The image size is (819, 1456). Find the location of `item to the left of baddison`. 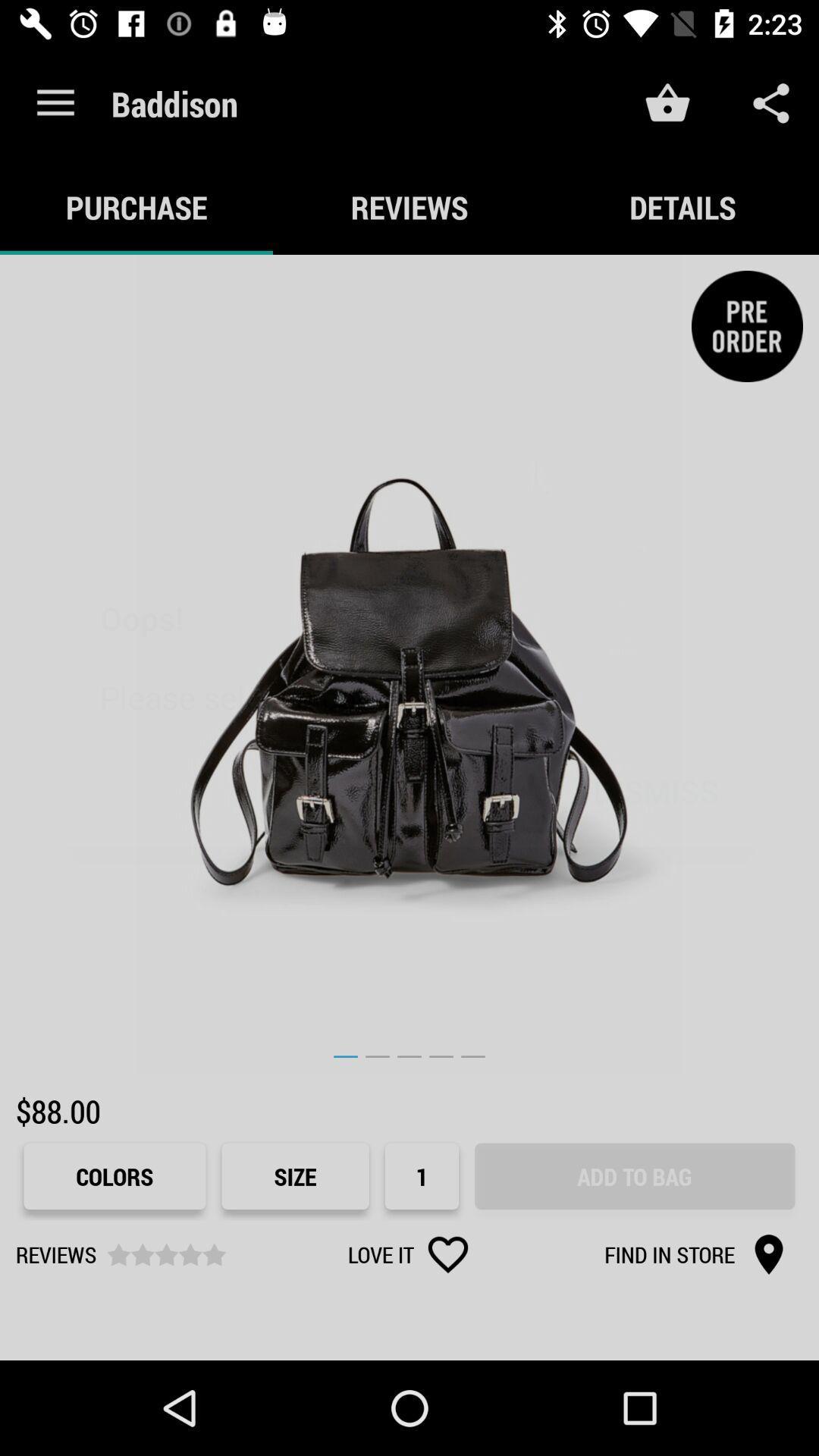

item to the left of baddison is located at coordinates (55, 102).